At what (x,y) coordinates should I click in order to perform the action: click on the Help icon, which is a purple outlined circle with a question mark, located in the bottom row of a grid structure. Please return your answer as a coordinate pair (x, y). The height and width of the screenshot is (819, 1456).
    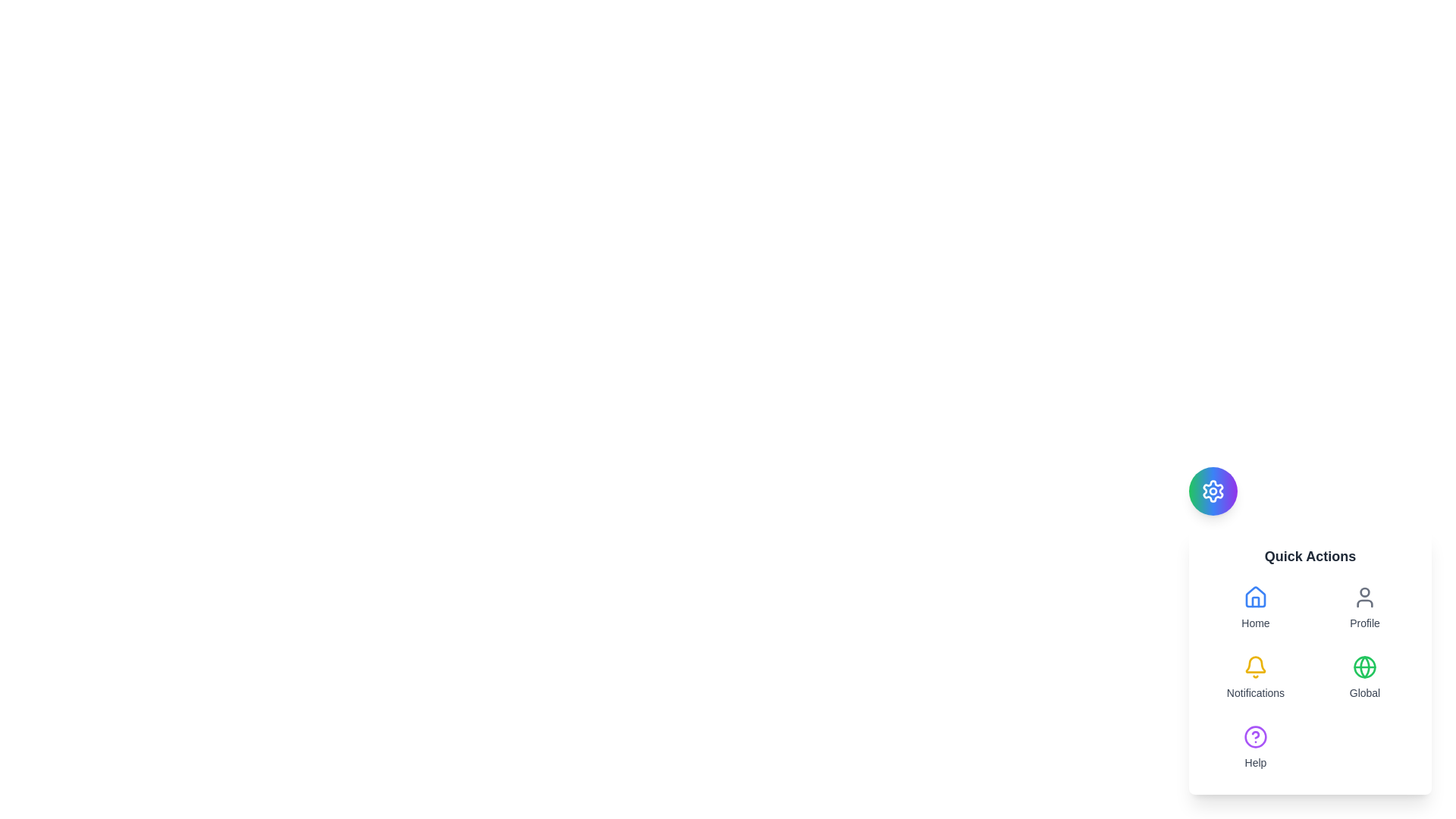
    Looking at the image, I should click on (1256, 747).